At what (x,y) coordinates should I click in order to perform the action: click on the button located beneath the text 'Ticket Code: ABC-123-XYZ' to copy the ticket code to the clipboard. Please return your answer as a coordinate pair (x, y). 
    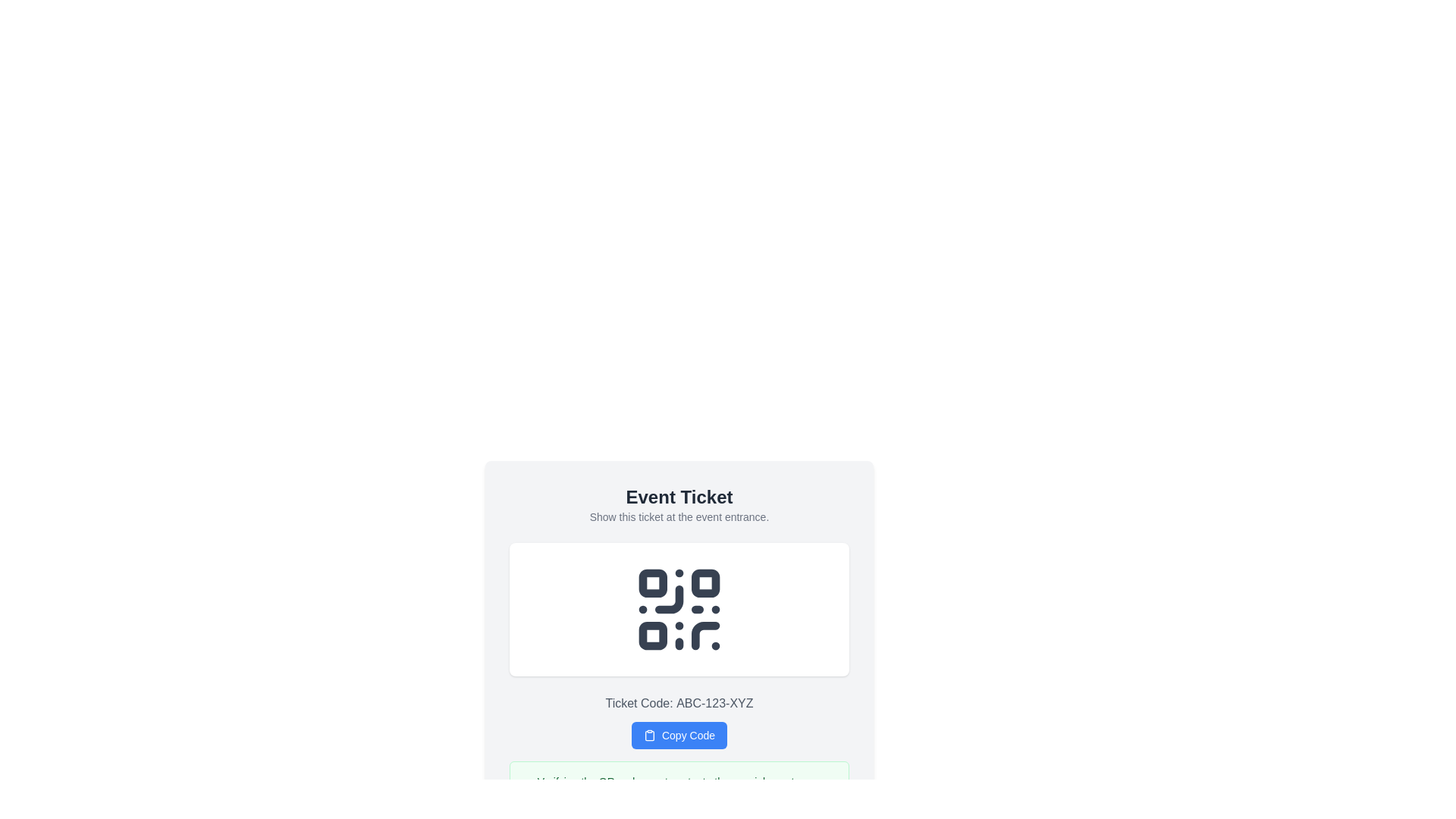
    Looking at the image, I should click on (679, 734).